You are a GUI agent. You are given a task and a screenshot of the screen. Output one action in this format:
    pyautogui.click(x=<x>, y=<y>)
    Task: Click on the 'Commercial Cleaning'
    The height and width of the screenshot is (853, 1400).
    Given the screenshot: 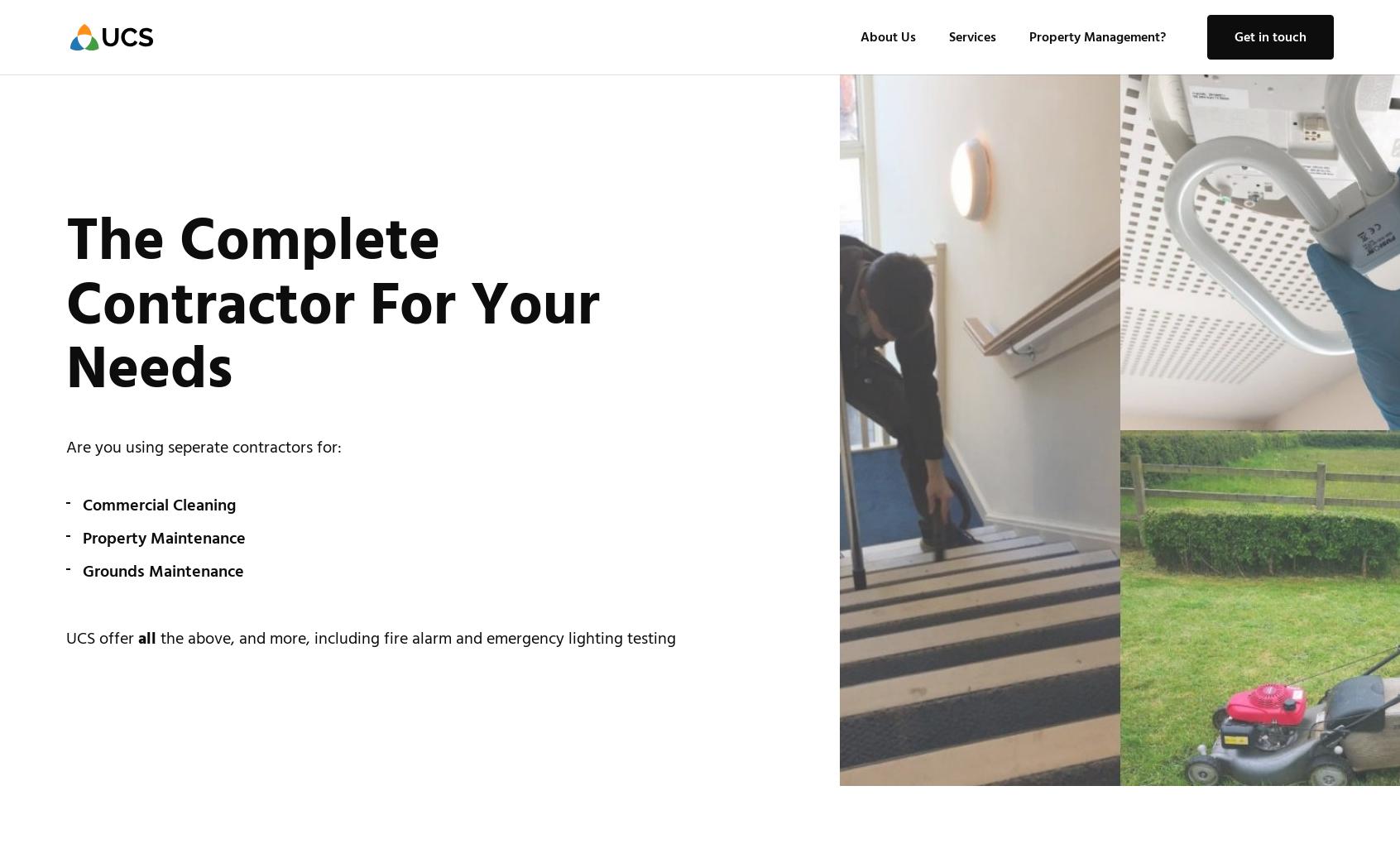 What is the action you would take?
    pyautogui.click(x=158, y=504)
    